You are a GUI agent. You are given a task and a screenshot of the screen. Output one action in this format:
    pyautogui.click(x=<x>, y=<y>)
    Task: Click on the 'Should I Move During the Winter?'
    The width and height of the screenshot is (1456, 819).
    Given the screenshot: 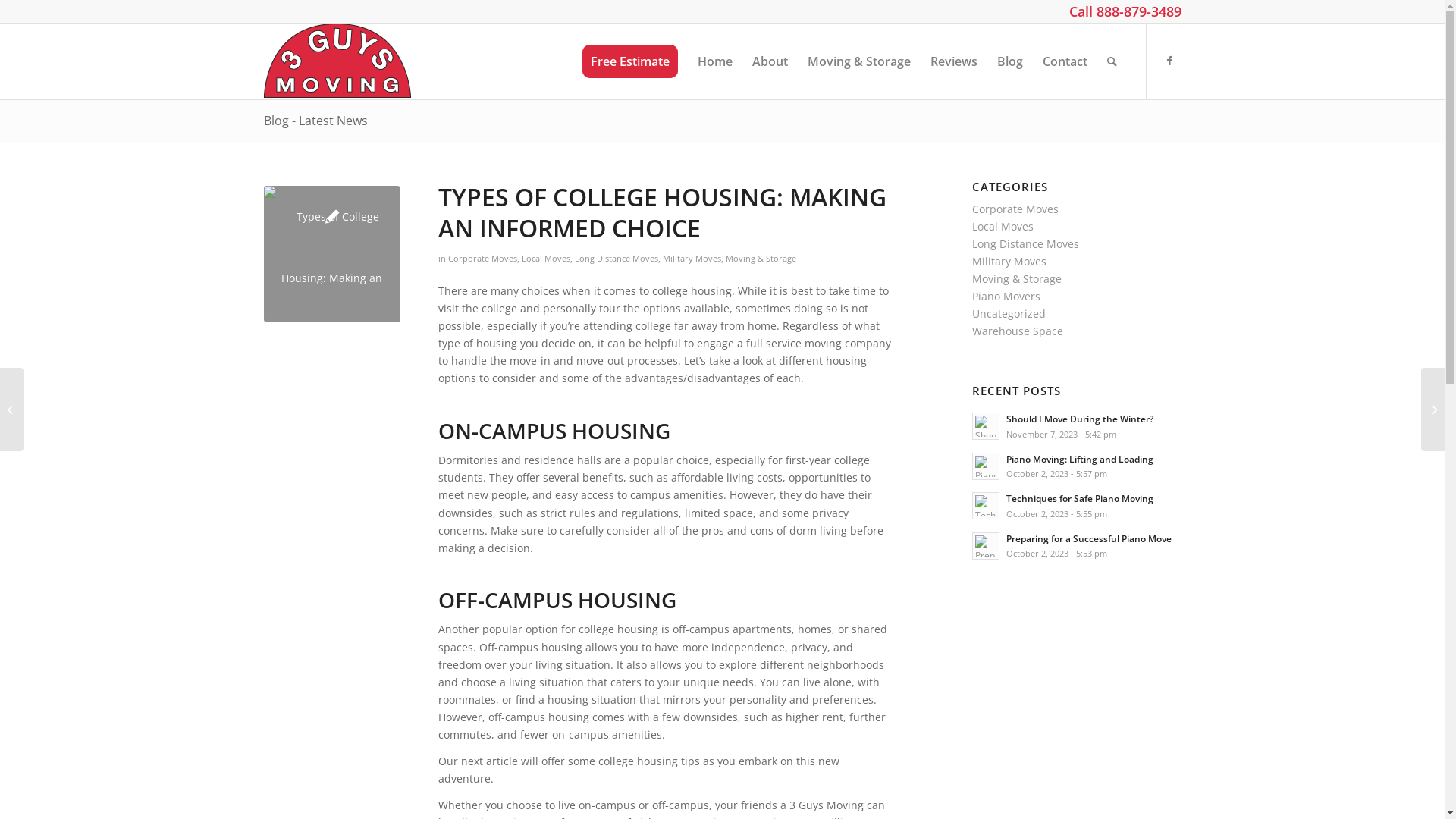 What is the action you would take?
    pyautogui.click(x=1006, y=418)
    